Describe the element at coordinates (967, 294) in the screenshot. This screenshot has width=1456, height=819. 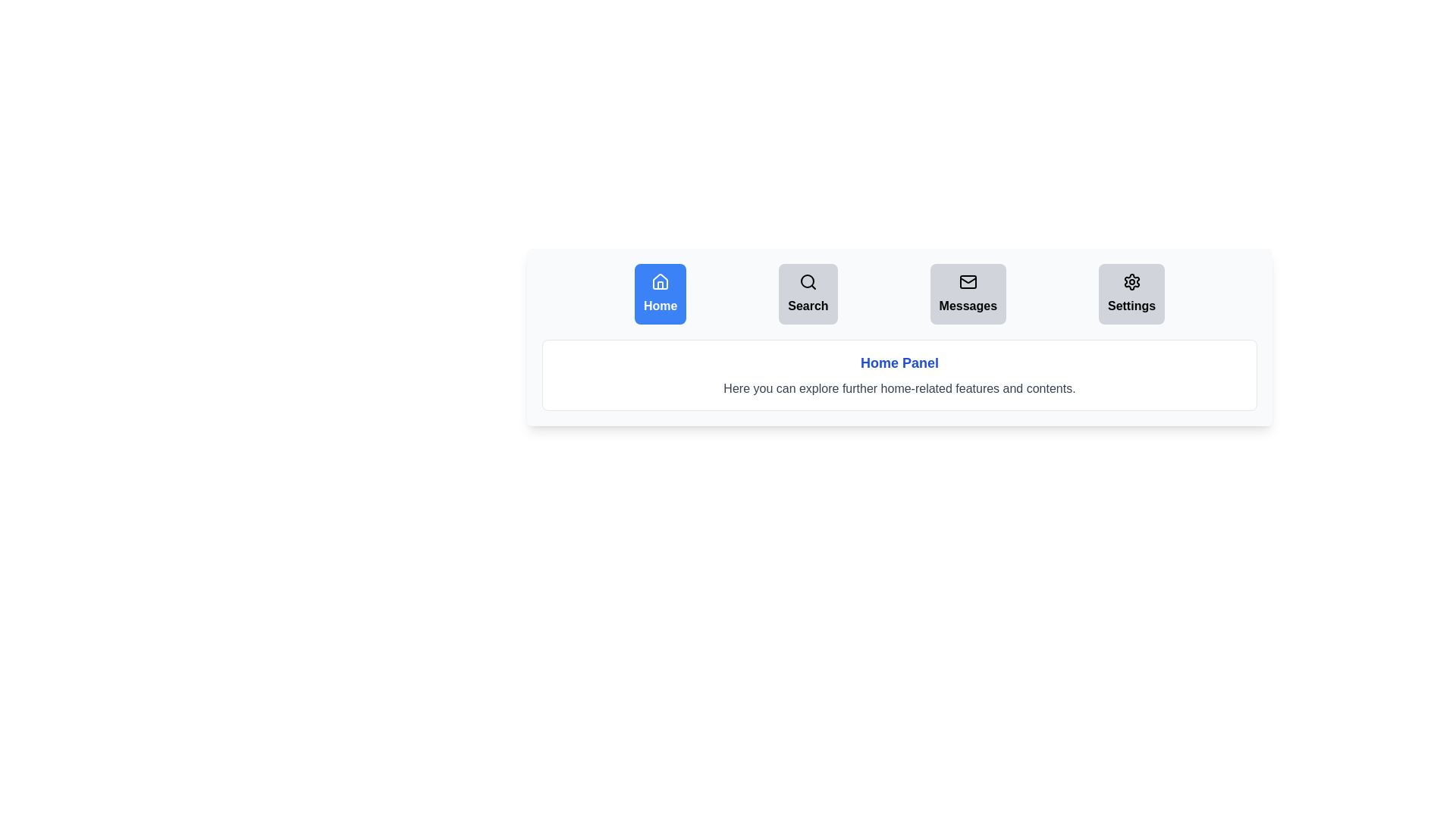
I see `the 'Messages' button, which is a rectangular button with a light gray background and a black envelope icon` at that location.